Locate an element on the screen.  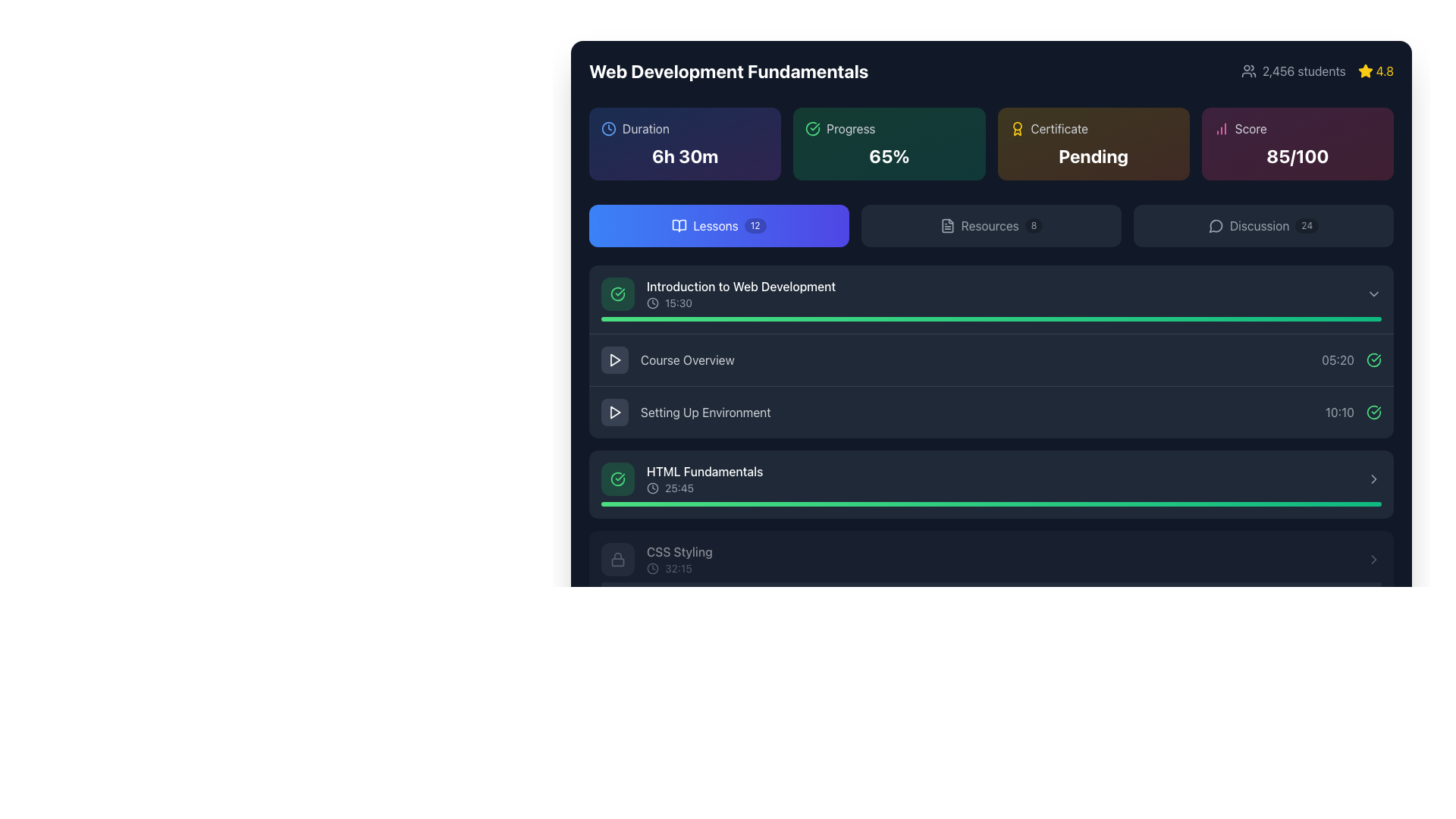
the completion icon located to the right of the timestamp '05:20', which indicates that a lesson has been successfully completed is located at coordinates (1373, 359).